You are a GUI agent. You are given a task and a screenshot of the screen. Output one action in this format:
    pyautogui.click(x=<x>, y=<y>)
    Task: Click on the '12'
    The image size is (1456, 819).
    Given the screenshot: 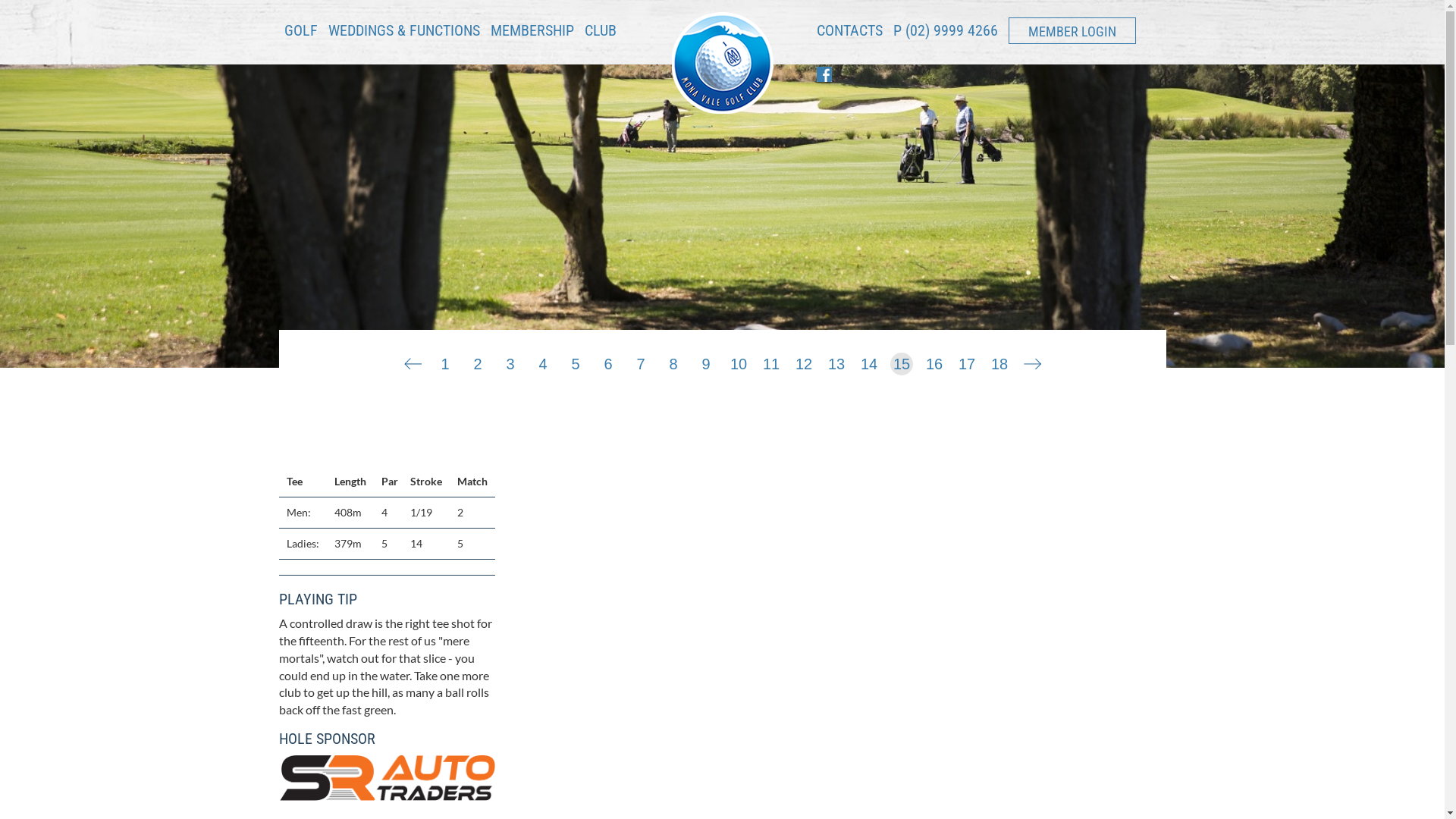 What is the action you would take?
    pyautogui.click(x=792, y=360)
    